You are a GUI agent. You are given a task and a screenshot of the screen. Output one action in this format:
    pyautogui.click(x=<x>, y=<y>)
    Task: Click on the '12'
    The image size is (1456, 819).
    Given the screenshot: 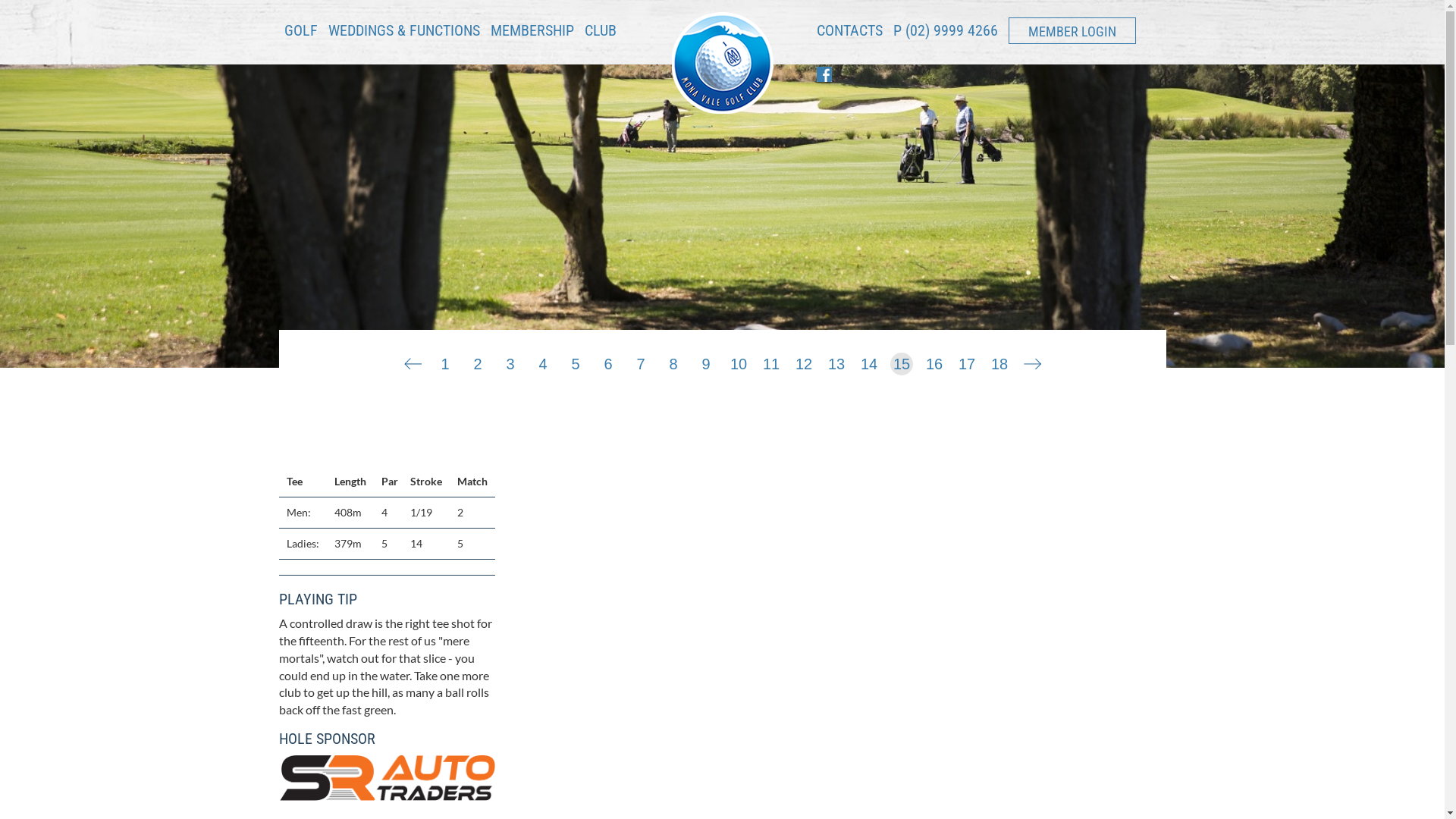 What is the action you would take?
    pyautogui.click(x=792, y=360)
    